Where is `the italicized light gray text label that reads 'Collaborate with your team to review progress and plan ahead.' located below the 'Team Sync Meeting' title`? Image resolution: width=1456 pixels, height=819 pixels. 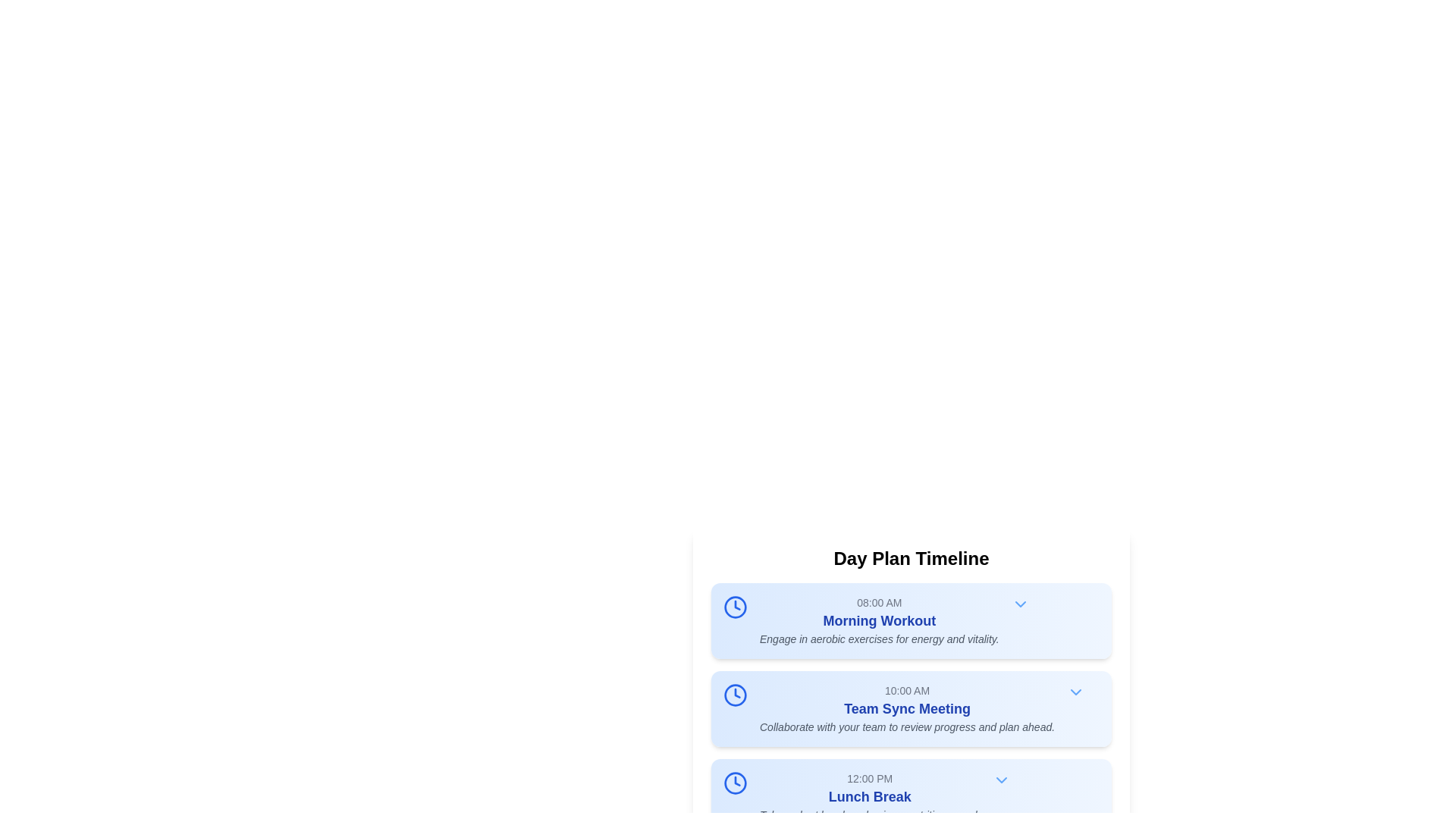 the italicized light gray text label that reads 'Collaborate with your team to review progress and plan ahead.' located below the 'Team Sync Meeting' title is located at coordinates (907, 726).